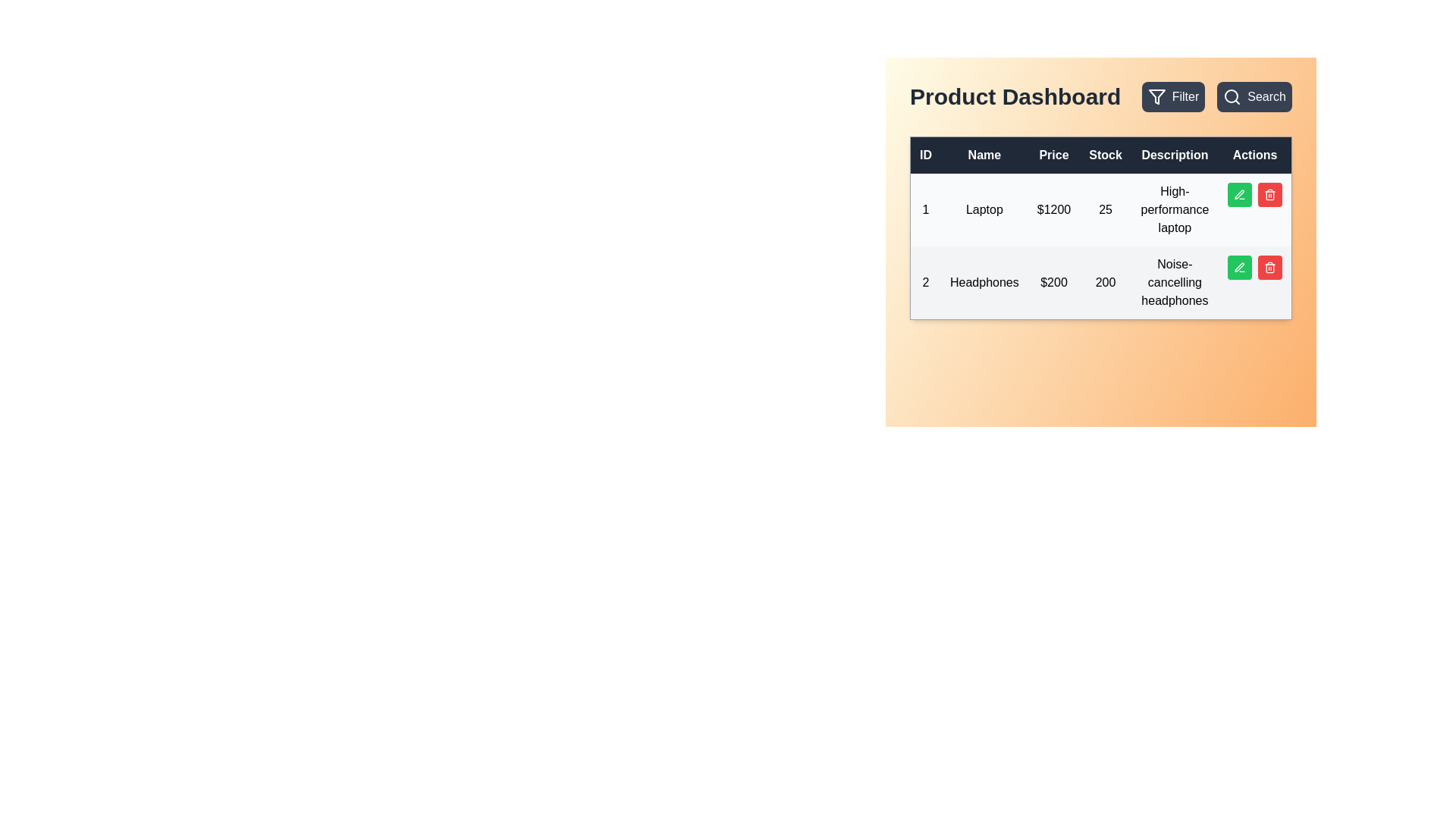  What do you see at coordinates (1053, 283) in the screenshot?
I see `the static text label displaying the price '$200' in the 'Price' column of the table for the second product entry 'Headphones'` at bounding box center [1053, 283].